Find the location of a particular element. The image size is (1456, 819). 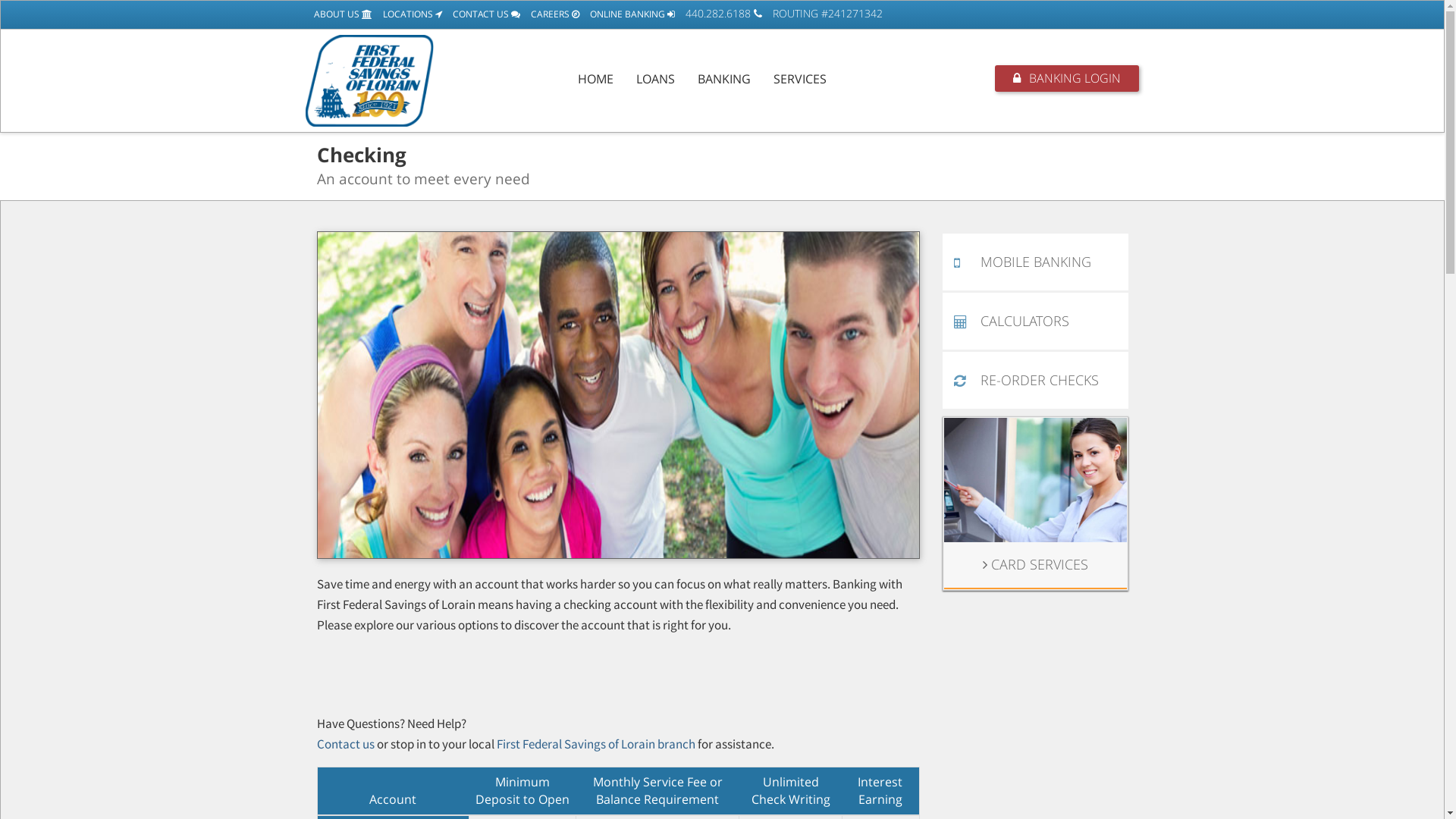

'ONLINE BANKING' is located at coordinates (627, 14).